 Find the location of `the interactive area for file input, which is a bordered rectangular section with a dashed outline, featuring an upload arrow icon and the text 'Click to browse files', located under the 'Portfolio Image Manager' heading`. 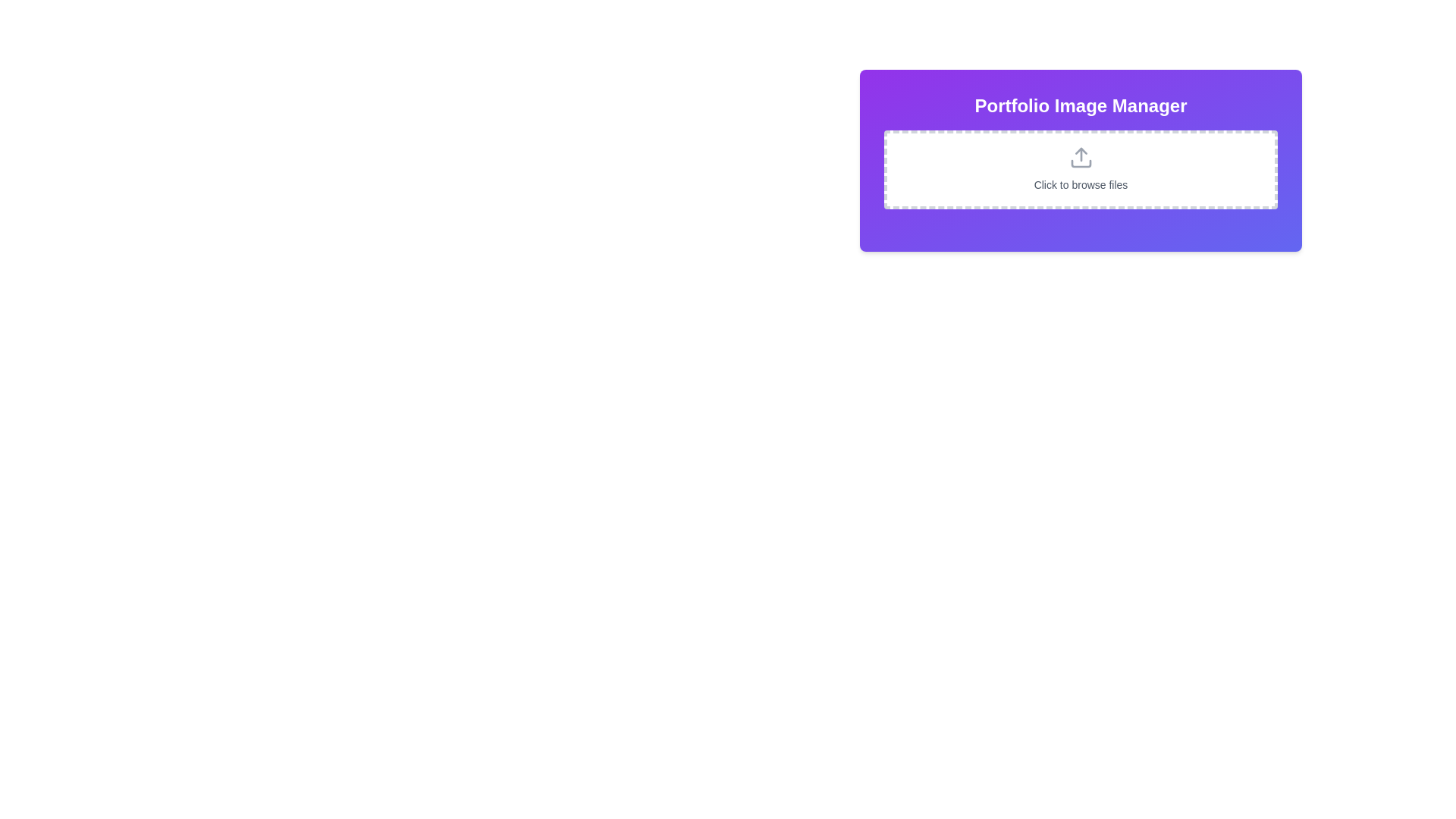

the interactive area for file input, which is a bordered rectangular section with a dashed outline, featuring an upload arrow icon and the text 'Click to browse files', located under the 'Portfolio Image Manager' heading is located at coordinates (1080, 169).